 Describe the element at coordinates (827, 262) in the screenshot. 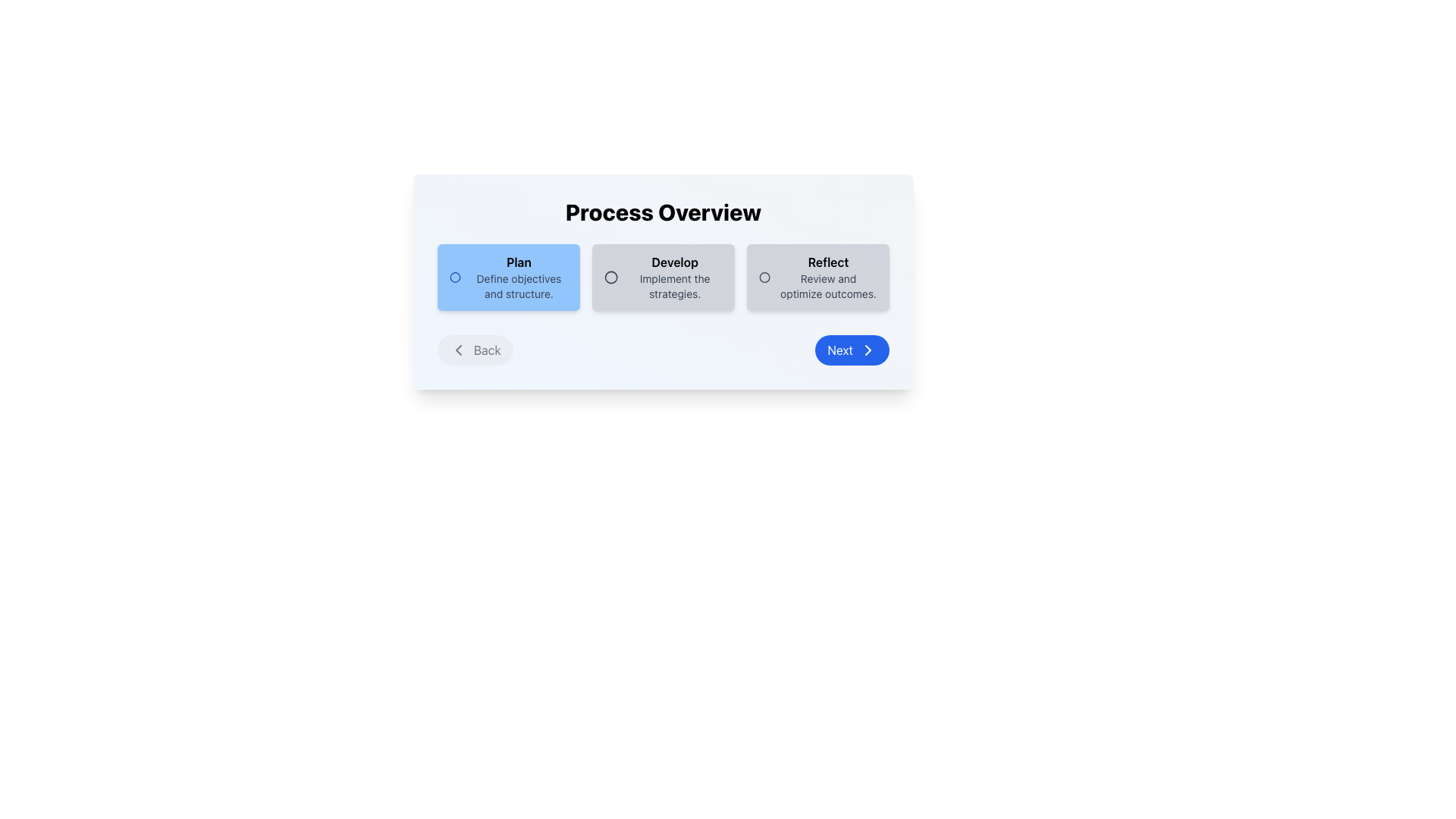

I see `the text label displaying 'Reflect' in bold font located in the third option card under 'Process Overview'` at that location.